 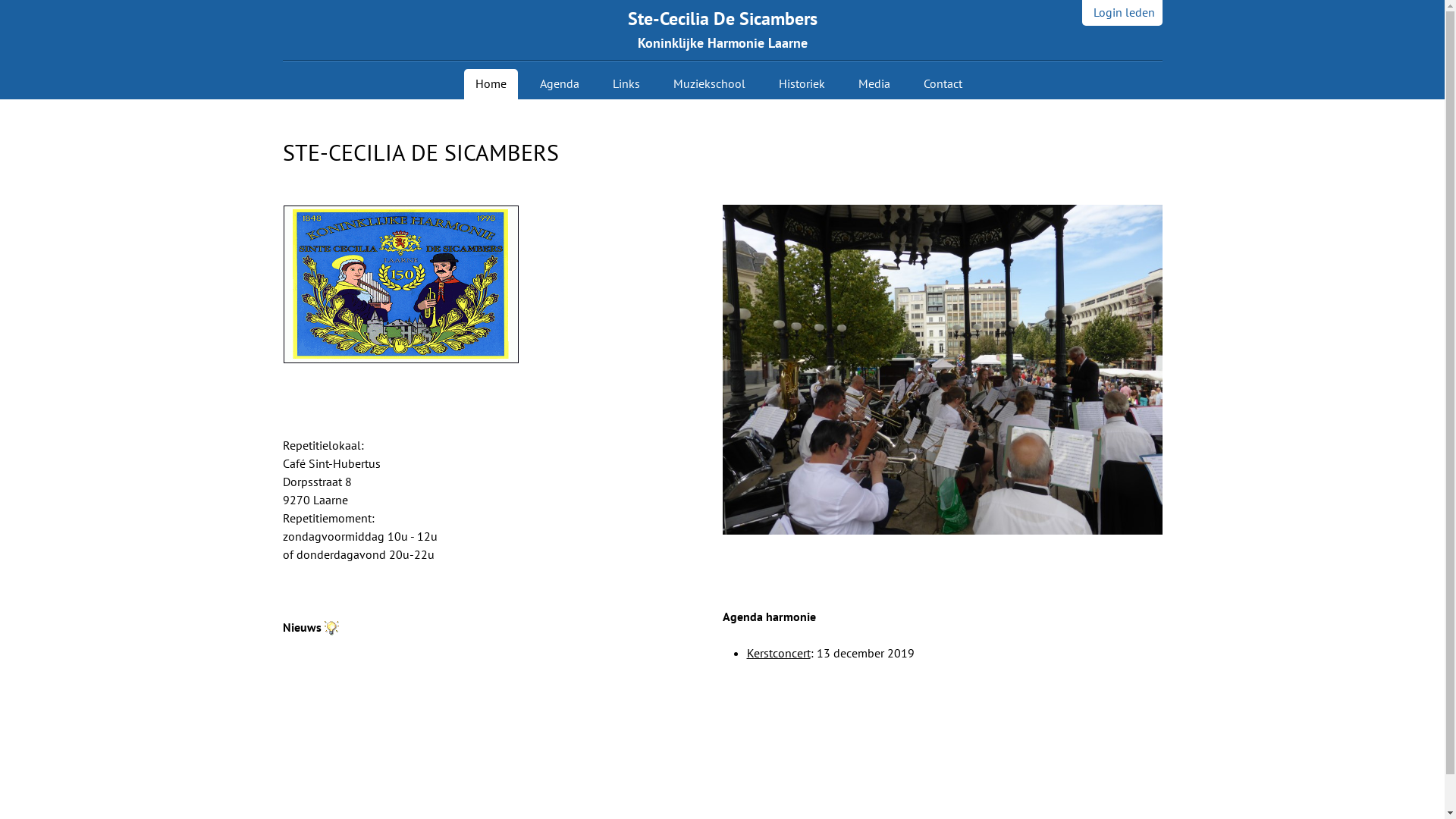 What do you see at coordinates (491, 84) in the screenshot?
I see `'Home'` at bounding box center [491, 84].